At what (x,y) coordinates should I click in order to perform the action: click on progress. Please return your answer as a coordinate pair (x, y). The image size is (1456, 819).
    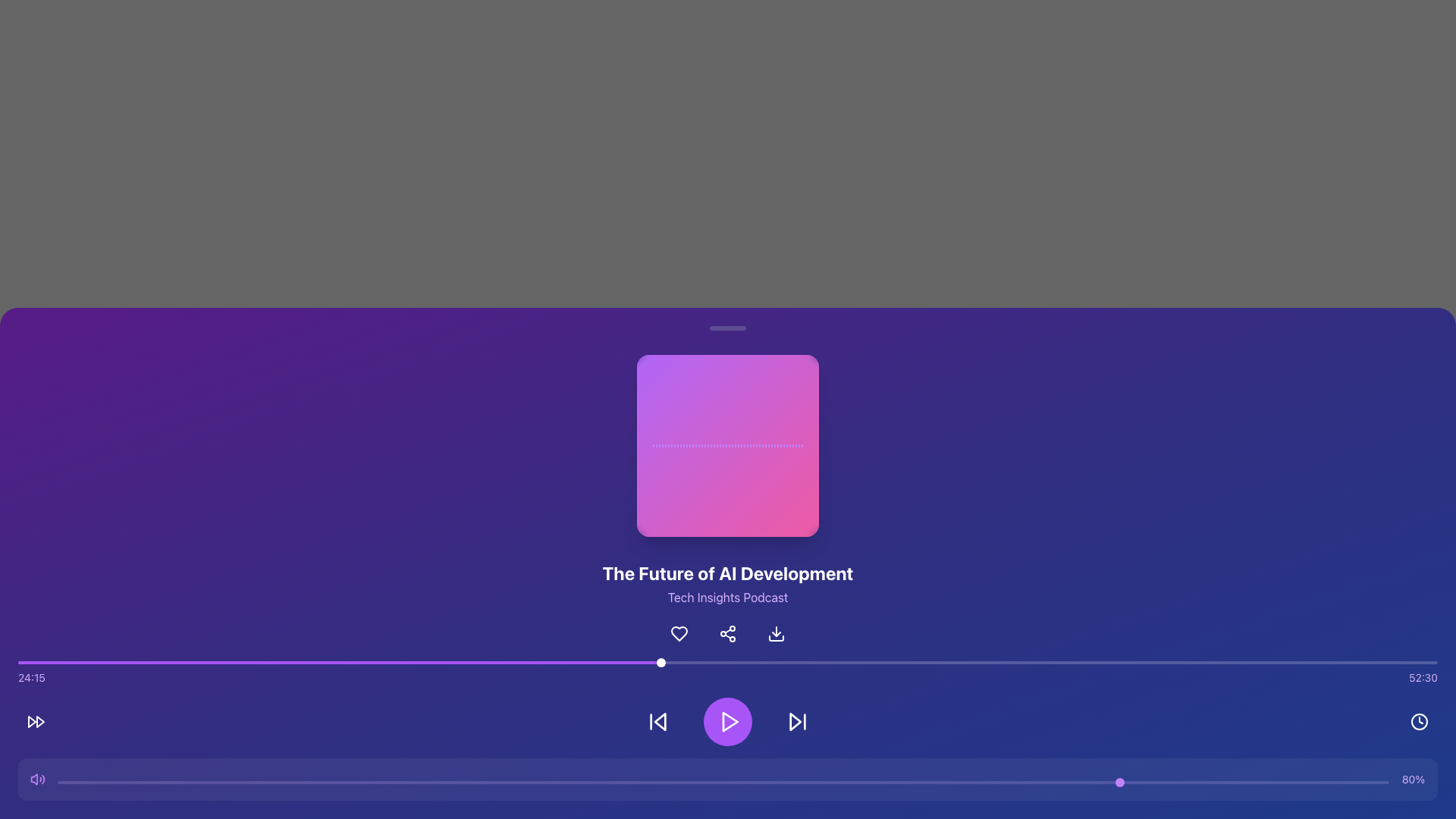
    Looking at the image, I should click on (388, 662).